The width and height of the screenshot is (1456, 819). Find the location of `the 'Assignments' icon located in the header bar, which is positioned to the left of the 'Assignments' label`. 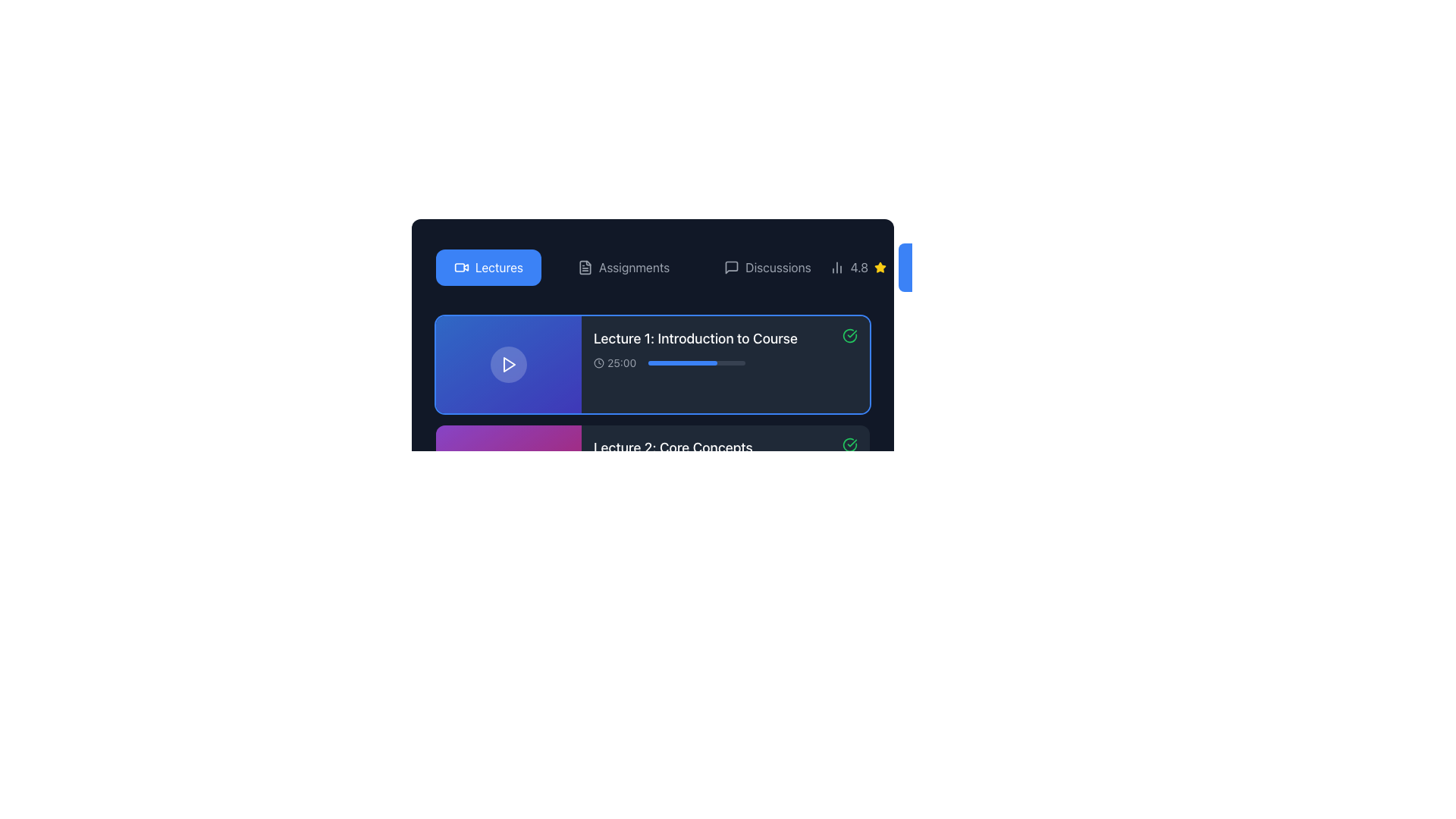

the 'Assignments' icon located in the header bar, which is positioned to the left of the 'Assignments' label is located at coordinates (585, 267).